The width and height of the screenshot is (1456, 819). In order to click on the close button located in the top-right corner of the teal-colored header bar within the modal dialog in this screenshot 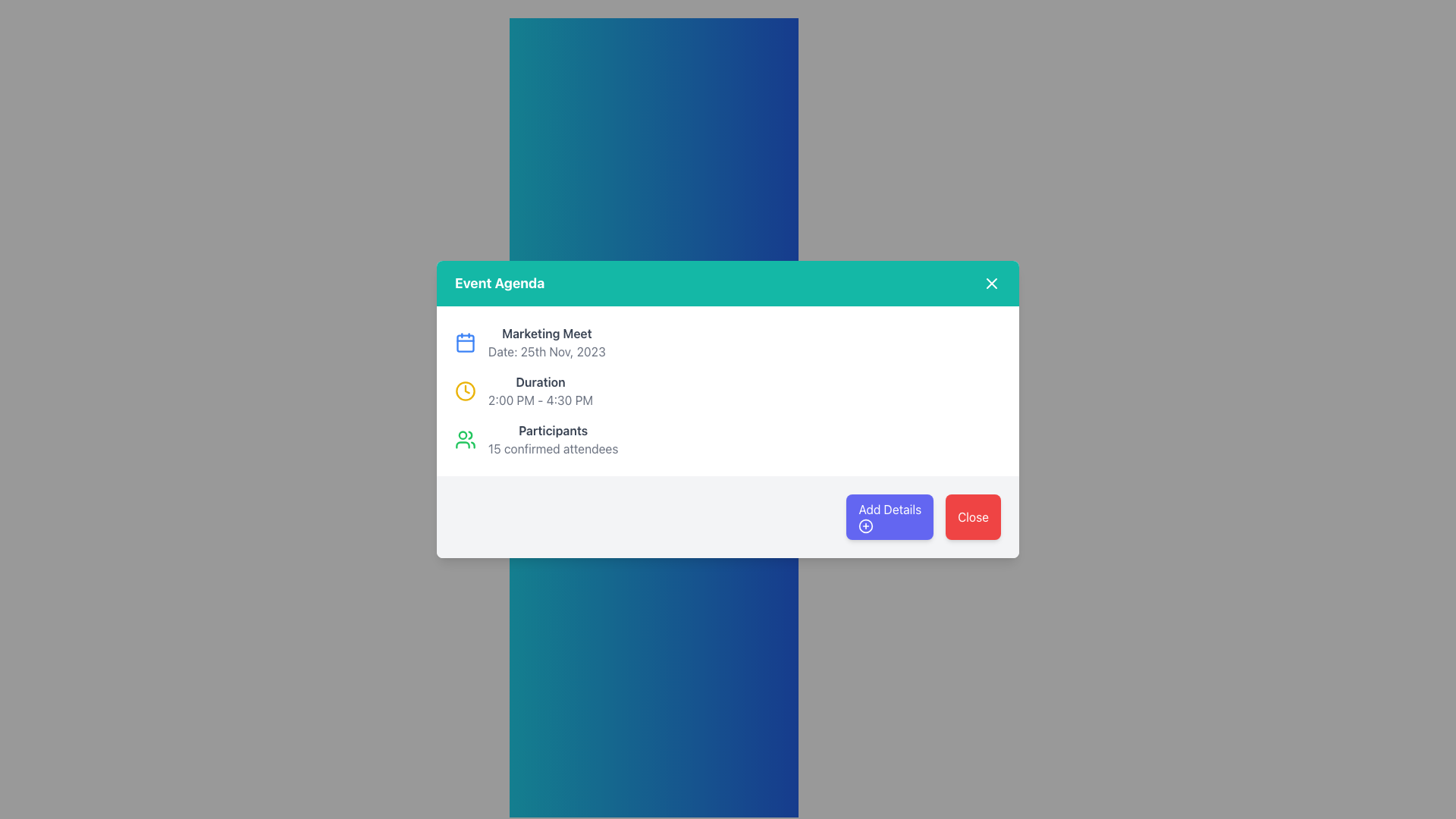, I will do `click(992, 284)`.